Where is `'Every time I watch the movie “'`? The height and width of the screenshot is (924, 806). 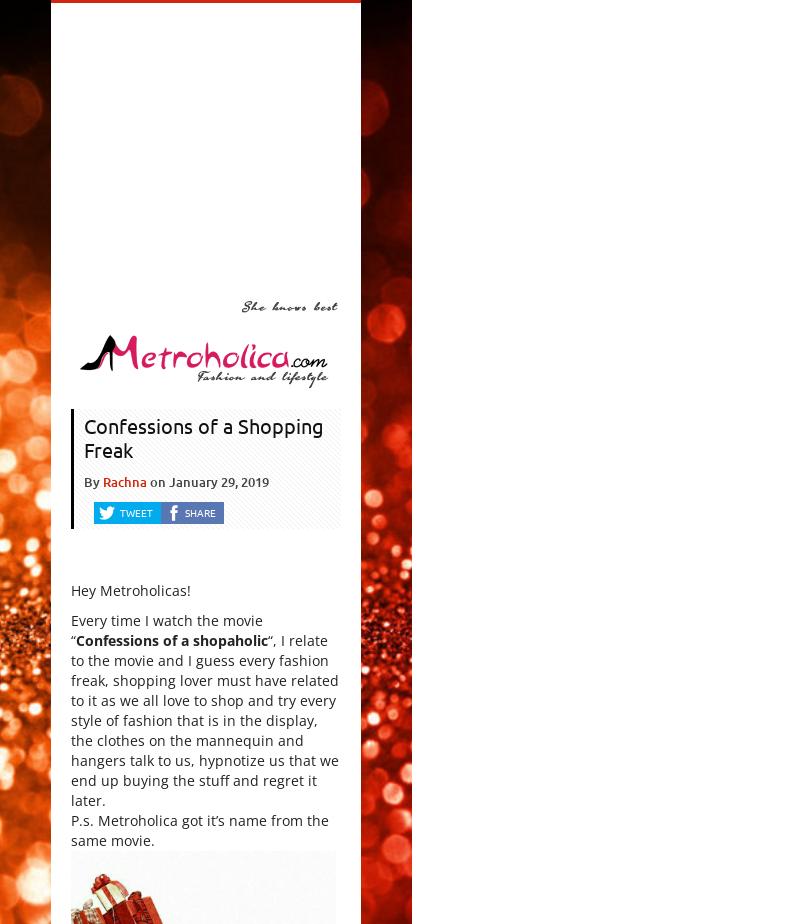
'Every time I watch the movie “' is located at coordinates (70, 630).